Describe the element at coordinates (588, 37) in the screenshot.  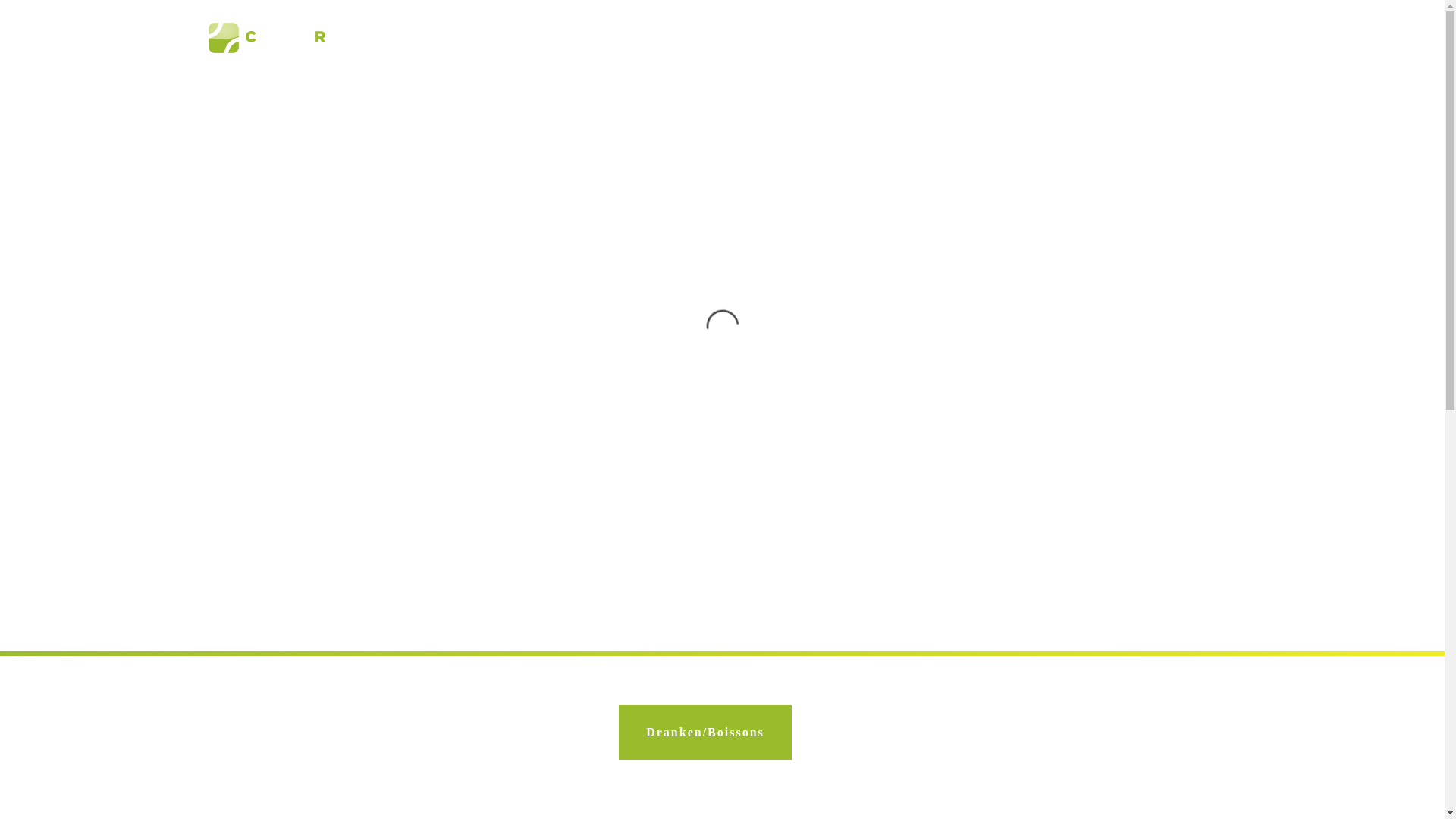
I see `'LESSEN'` at that location.